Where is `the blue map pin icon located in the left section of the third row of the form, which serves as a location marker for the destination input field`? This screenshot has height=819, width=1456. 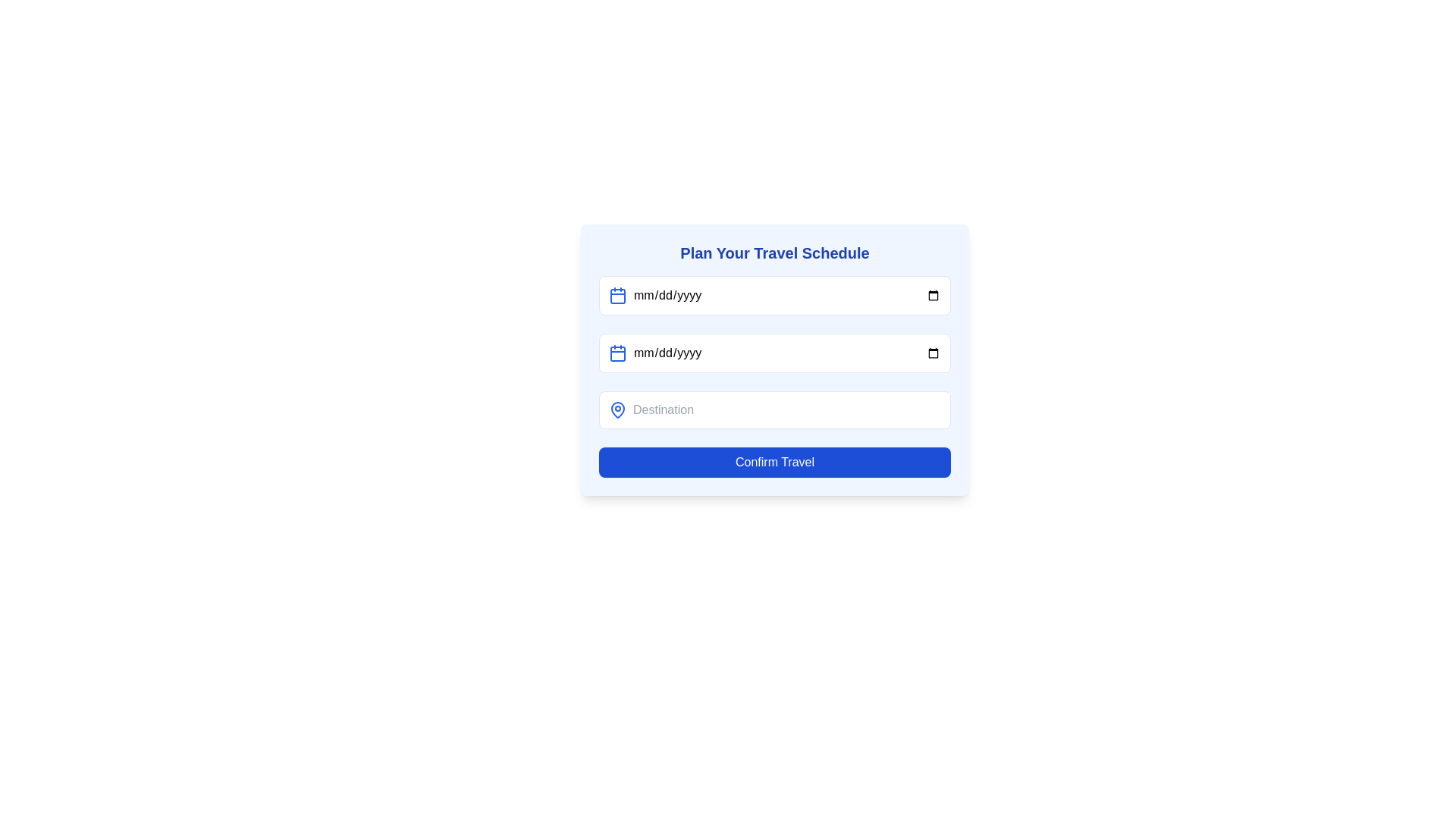 the blue map pin icon located in the left section of the third row of the form, which serves as a location marker for the destination input field is located at coordinates (618, 409).